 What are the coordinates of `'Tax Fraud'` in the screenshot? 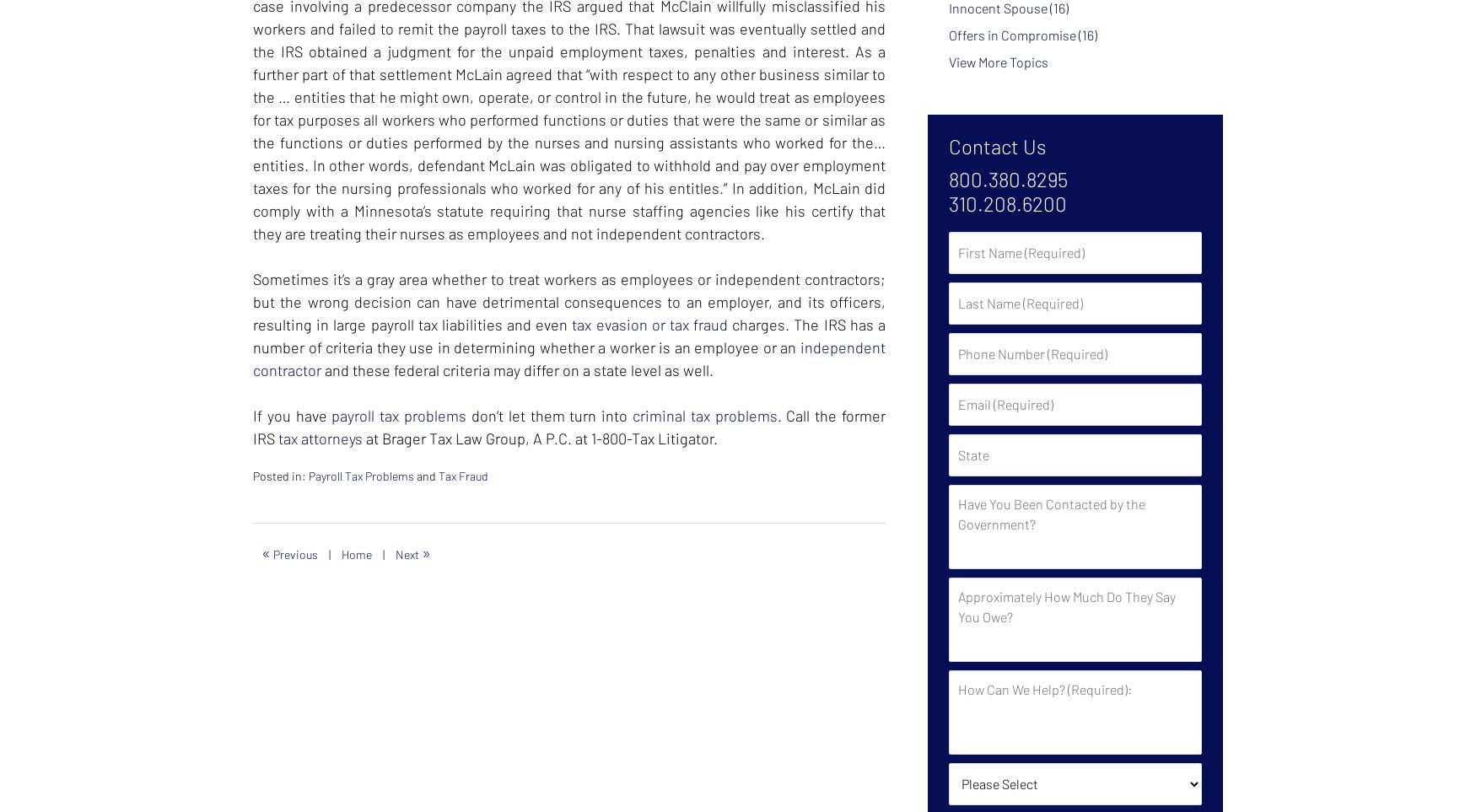 It's located at (462, 475).